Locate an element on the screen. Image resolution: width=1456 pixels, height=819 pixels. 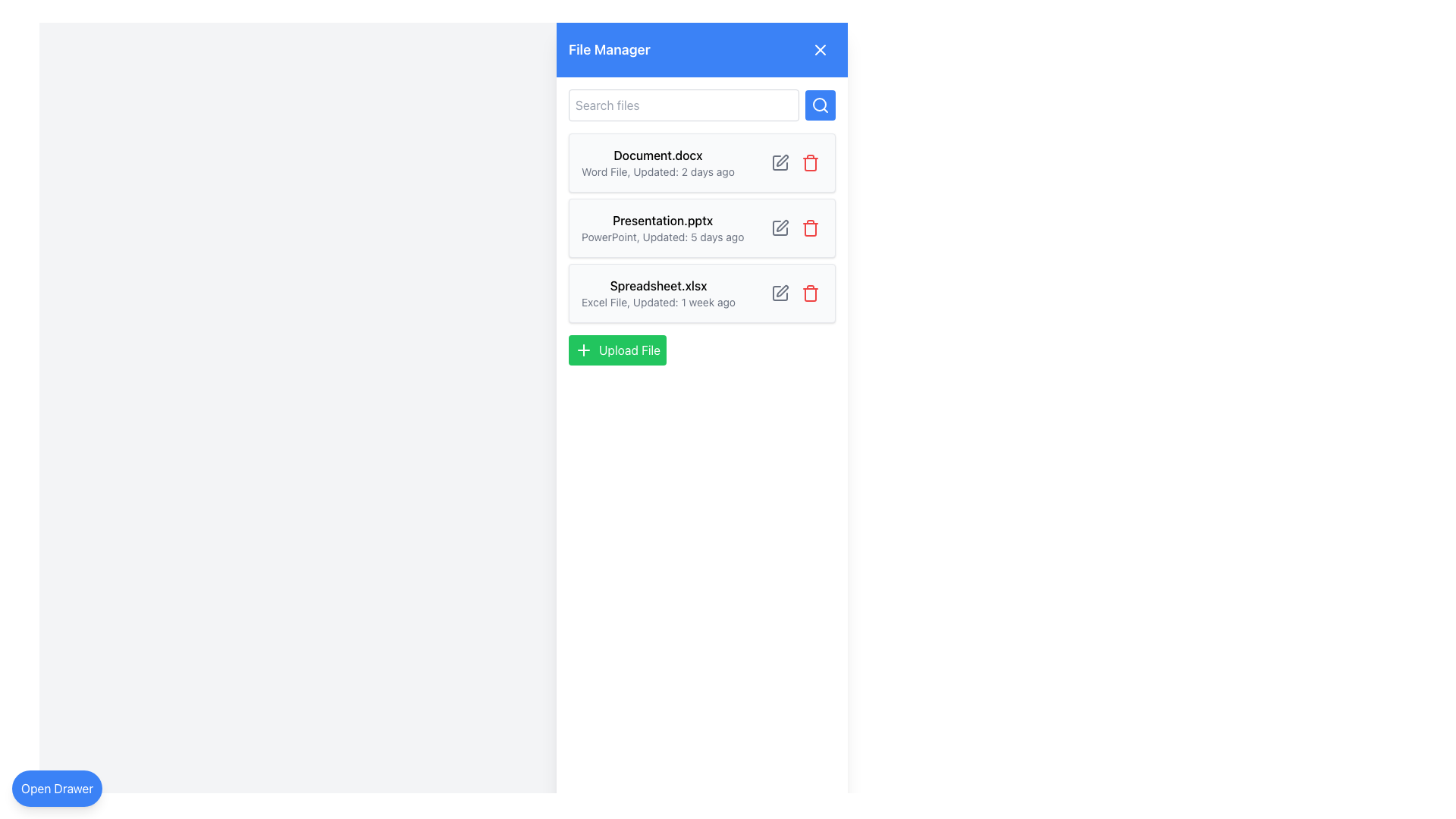
the edit button of a file within the File List Section located in the File Manager panel, positioned below the search bar and above the Upload File button is located at coordinates (701, 227).